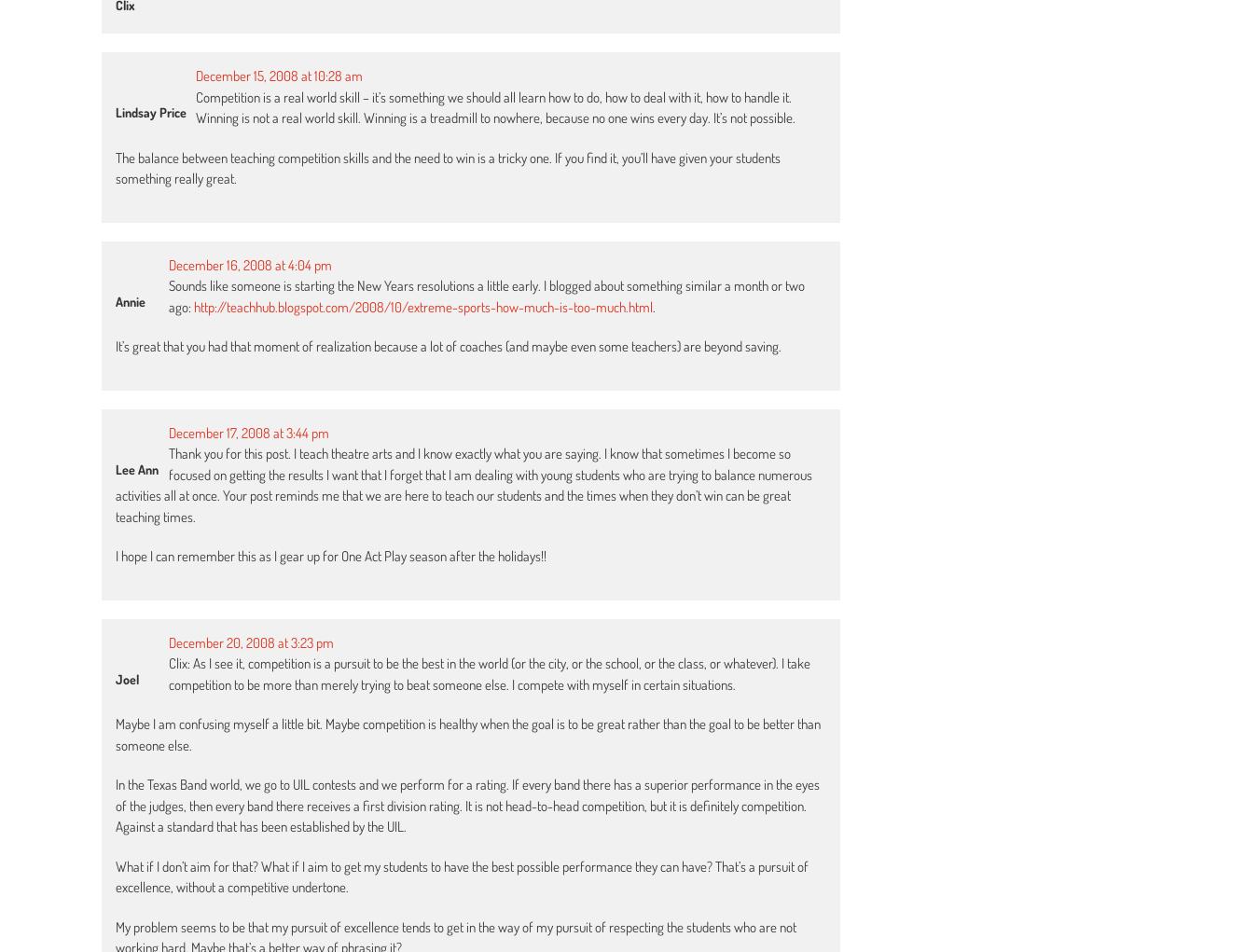 This screenshot has height=952, width=1259. What do you see at coordinates (249, 264) in the screenshot?
I see `'December 16, 2008 at 4:04 pm'` at bounding box center [249, 264].